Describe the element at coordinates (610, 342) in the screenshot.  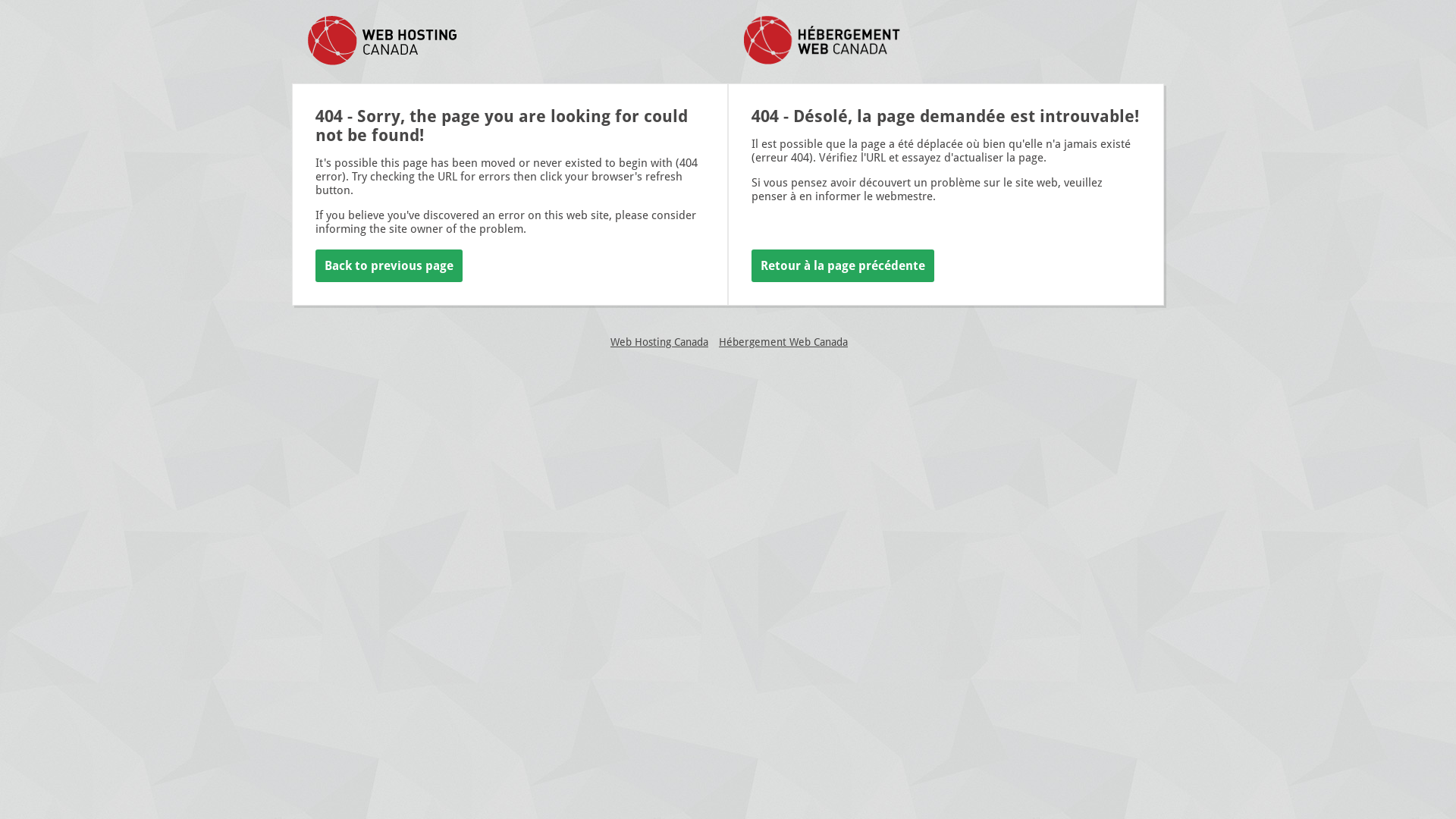
I see `'Web Hosting Canada'` at that location.